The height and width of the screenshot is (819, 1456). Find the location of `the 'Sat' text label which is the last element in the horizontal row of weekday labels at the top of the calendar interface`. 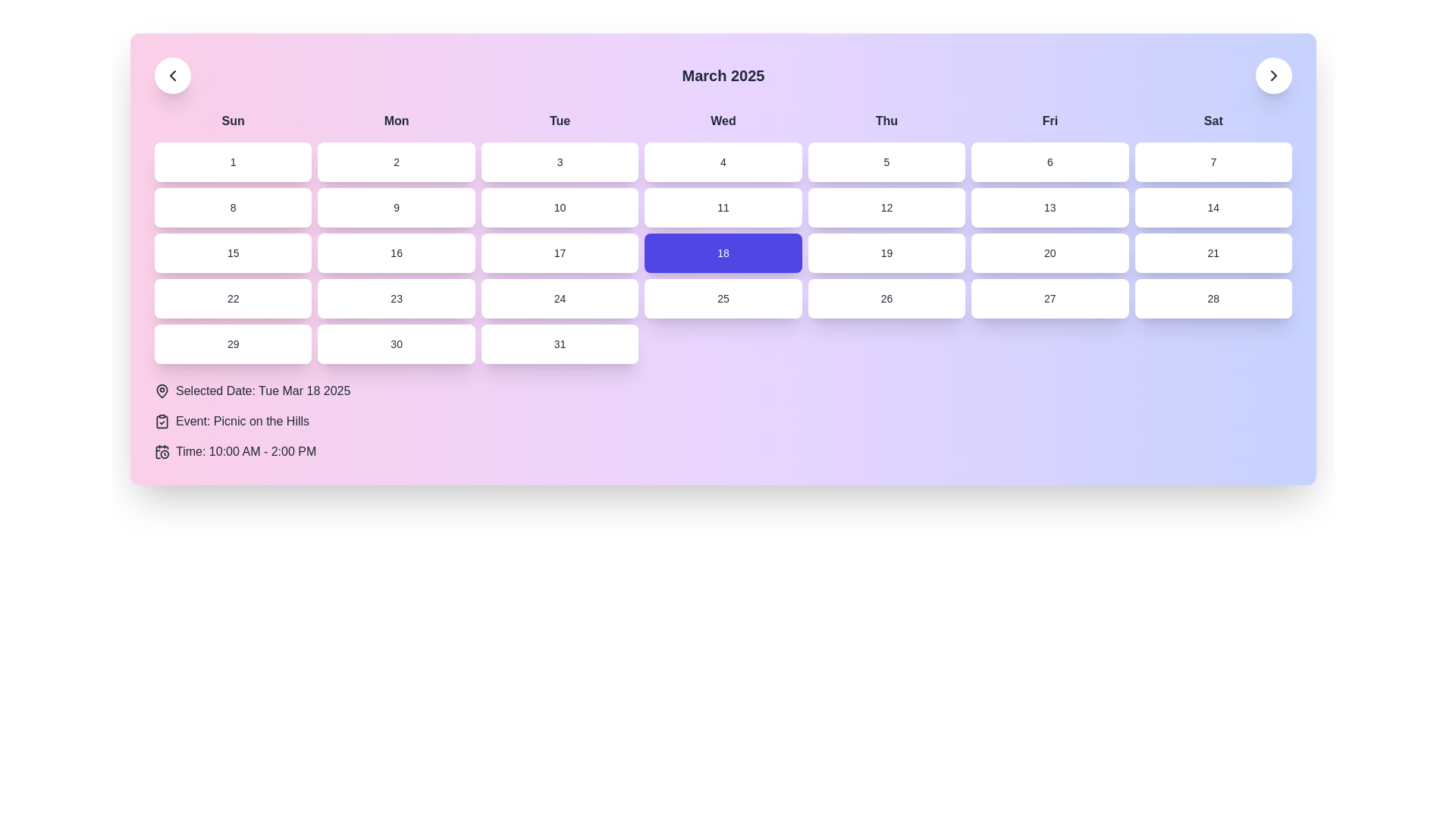

the 'Sat' text label which is the last element in the horizontal row of weekday labels at the top of the calendar interface is located at coordinates (1213, 120).